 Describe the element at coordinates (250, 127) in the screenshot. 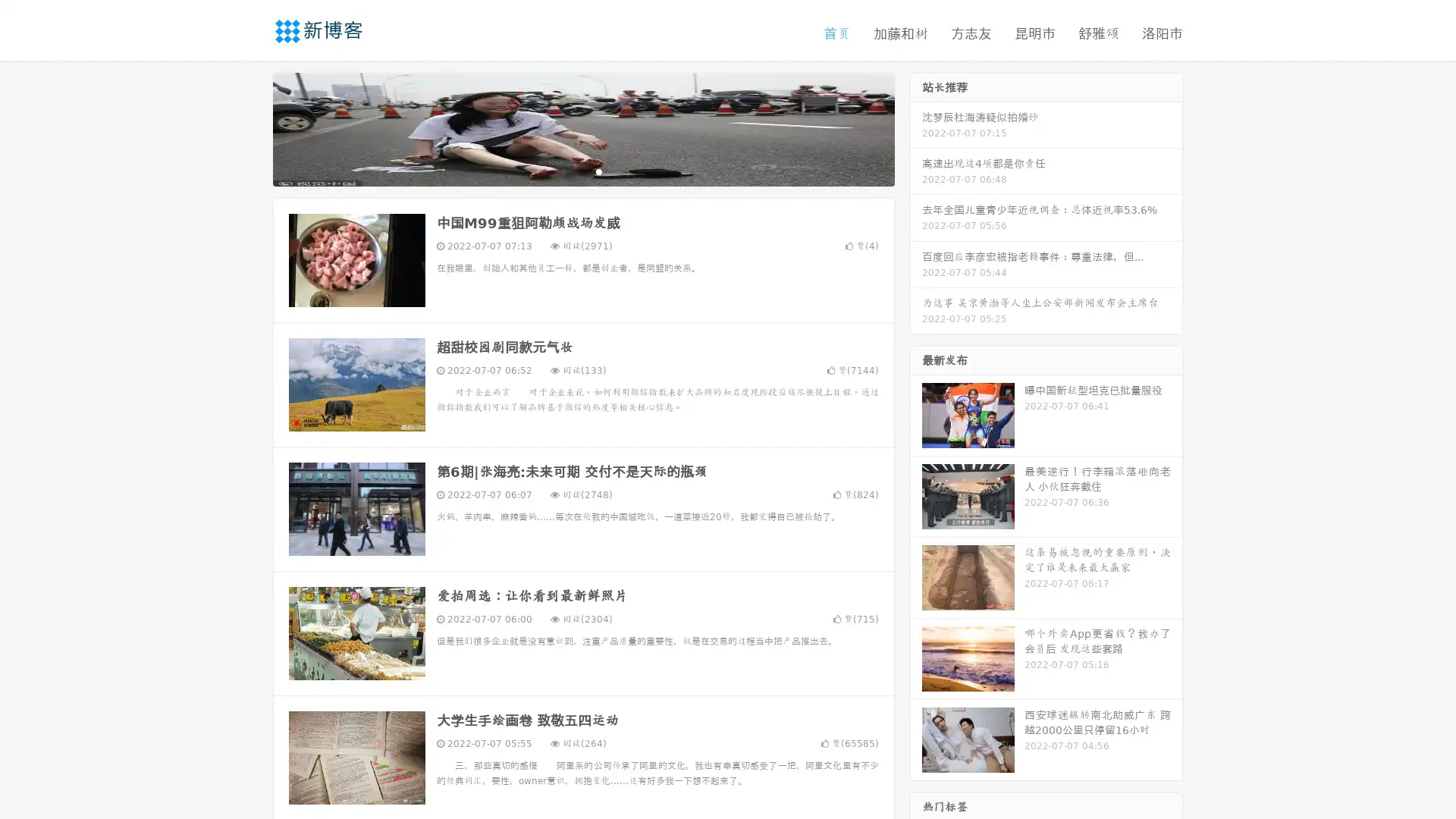

I see `Previous slide` at that location.